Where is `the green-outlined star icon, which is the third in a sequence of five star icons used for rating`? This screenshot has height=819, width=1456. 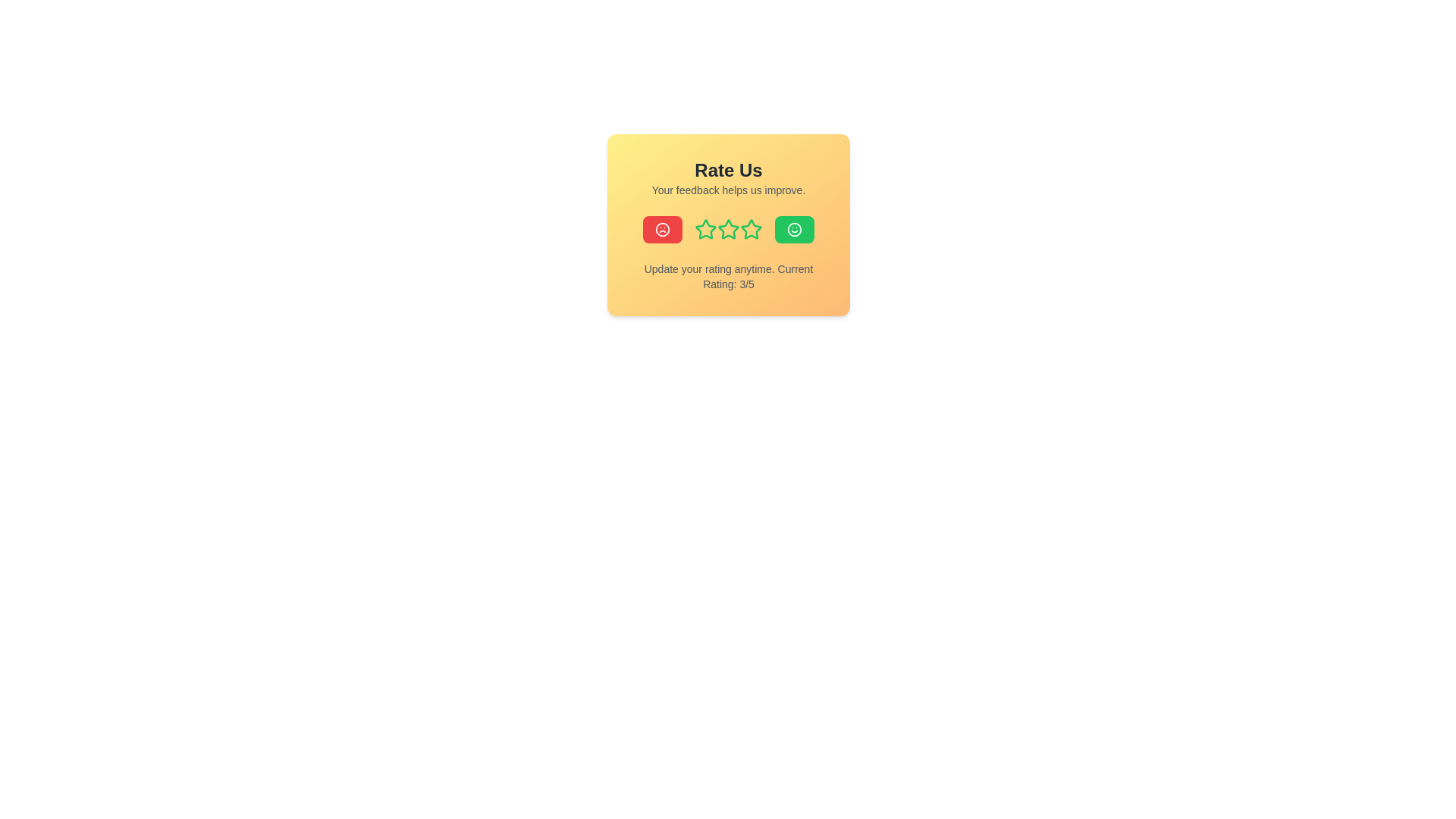 the green-outlined star icon, which is the third in a sequence of five star icons used for rating is located at coordinates (728, 230).